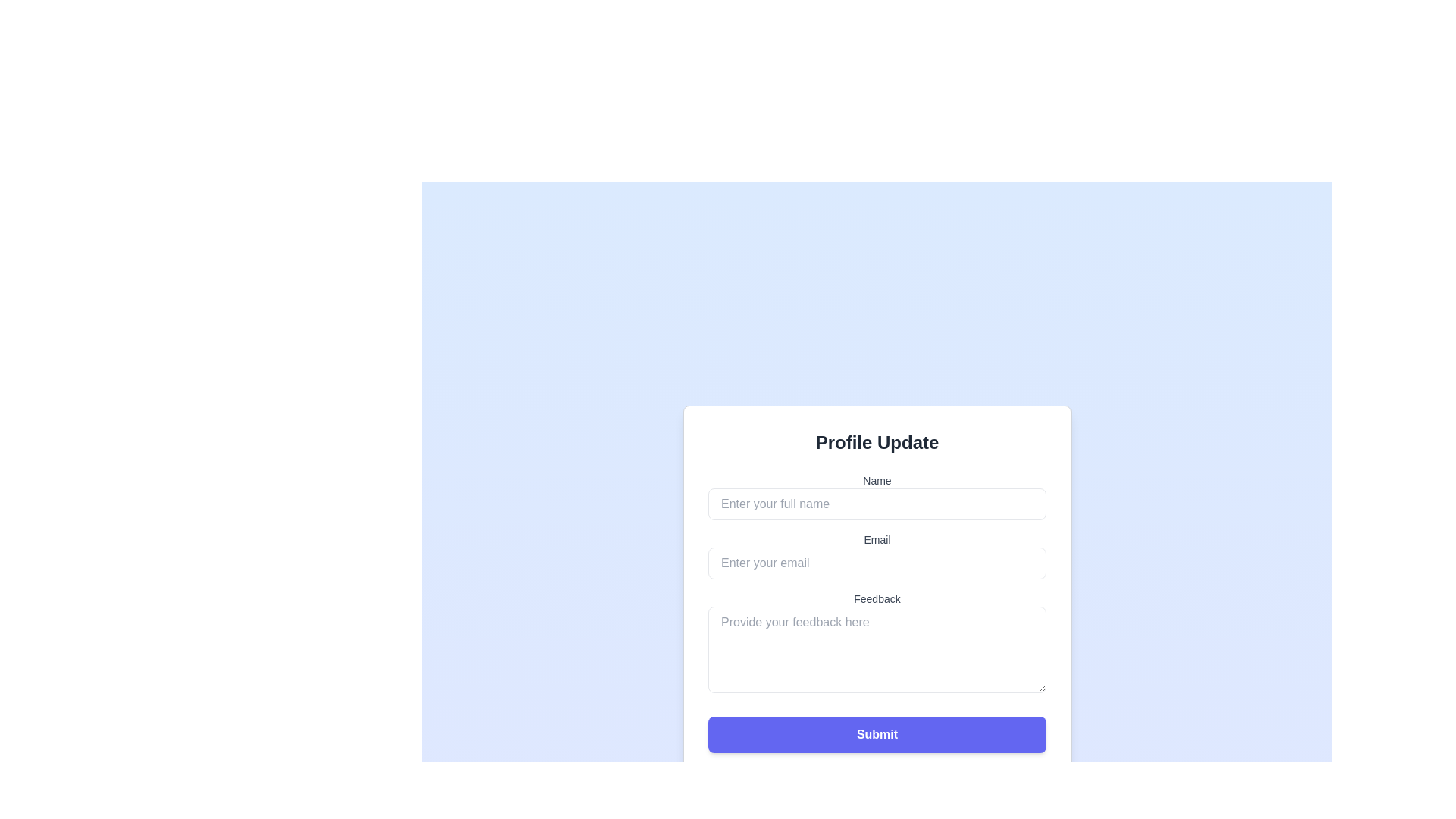  I want to click on the Text label that serves as a label for the adjacent email input field, located centrally in the form layout, positioned above the email input field, so click(877, 538).